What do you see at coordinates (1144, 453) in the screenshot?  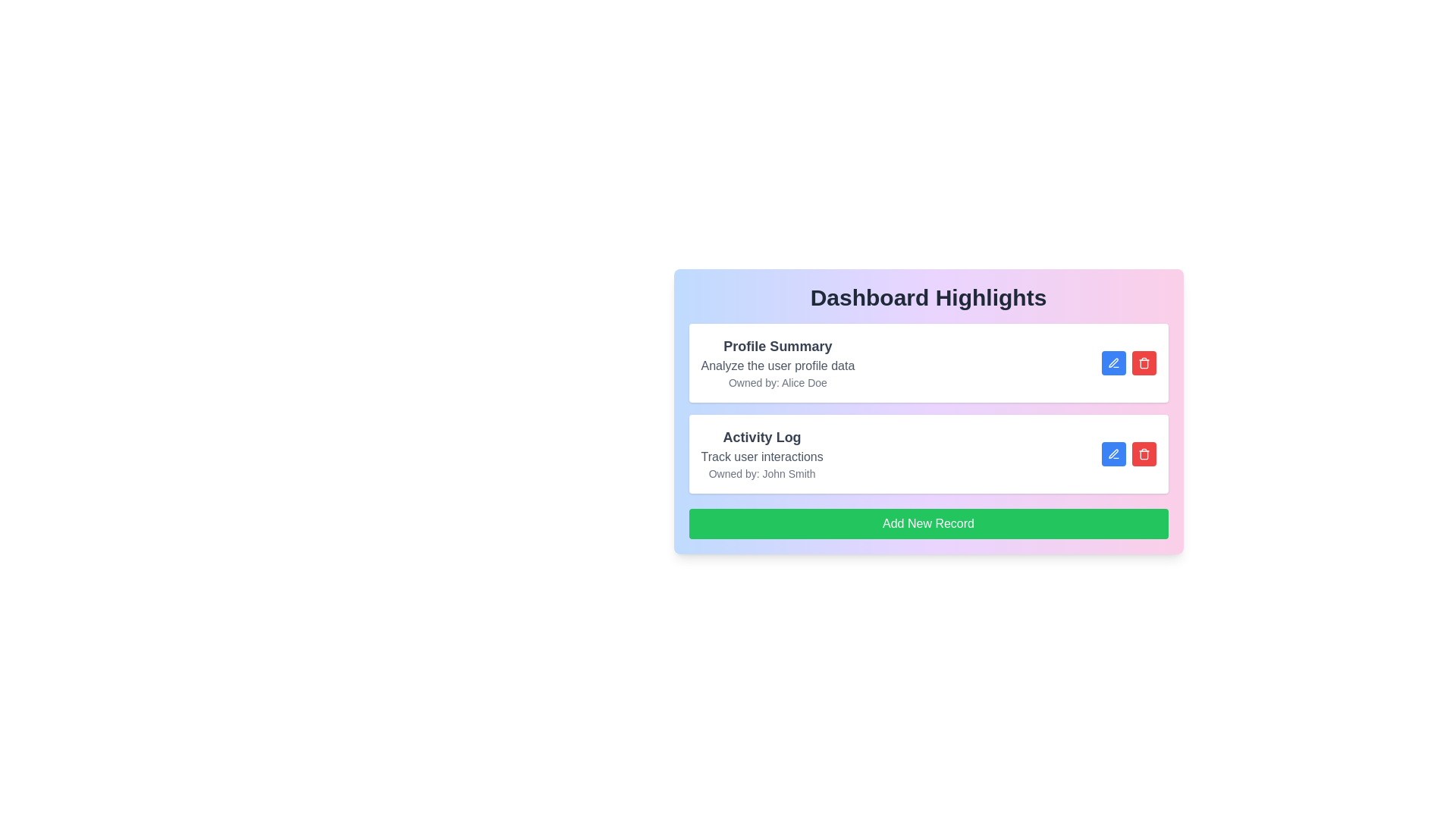 I see `the delete button located on the far right side of the button row in the 'Activity Log' section of the 'Dashboard Highlights', which is intended for removing the associated 'Activity Log' item` at bounding box center [1144, 453].